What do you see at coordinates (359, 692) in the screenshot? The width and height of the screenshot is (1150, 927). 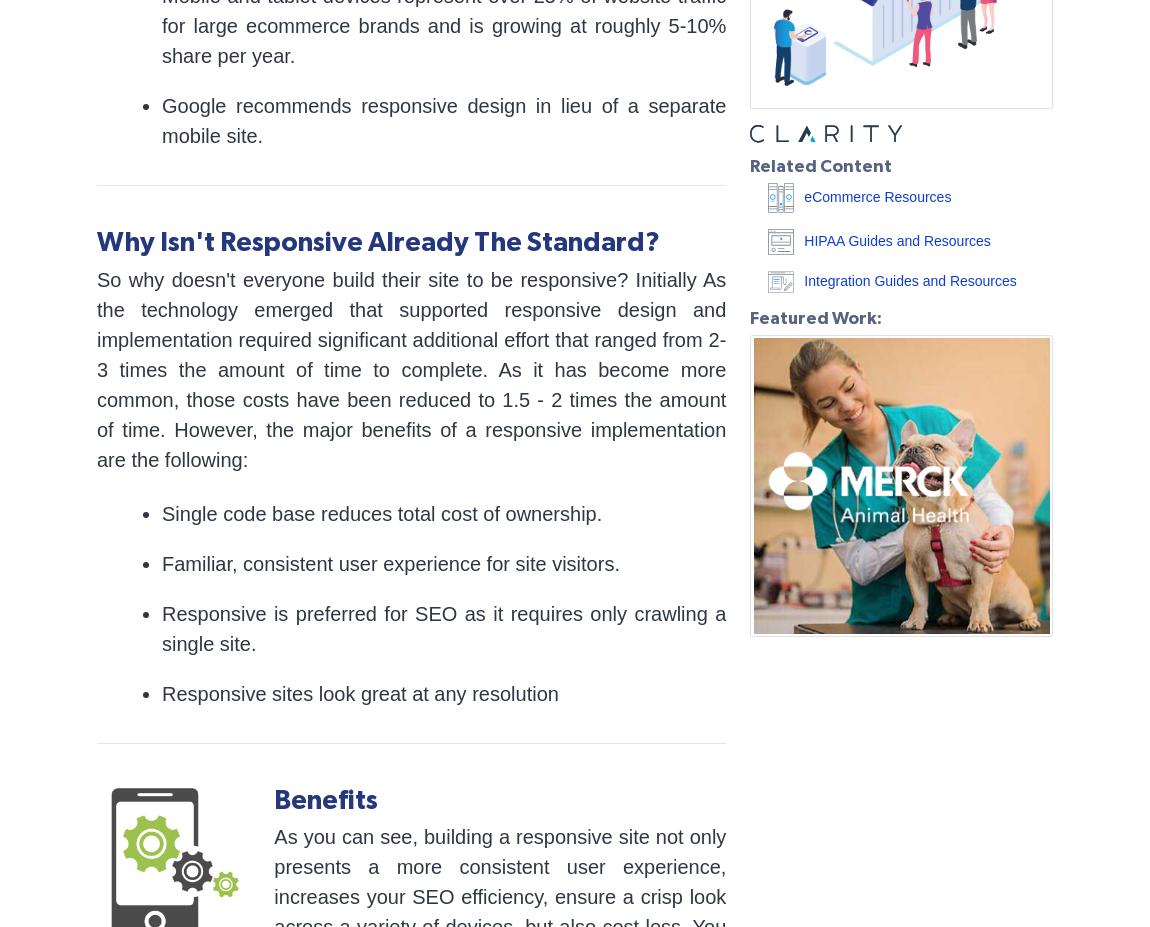 I see `'Responsive sites look great at any resolution'` at bounding box center [359, 692].